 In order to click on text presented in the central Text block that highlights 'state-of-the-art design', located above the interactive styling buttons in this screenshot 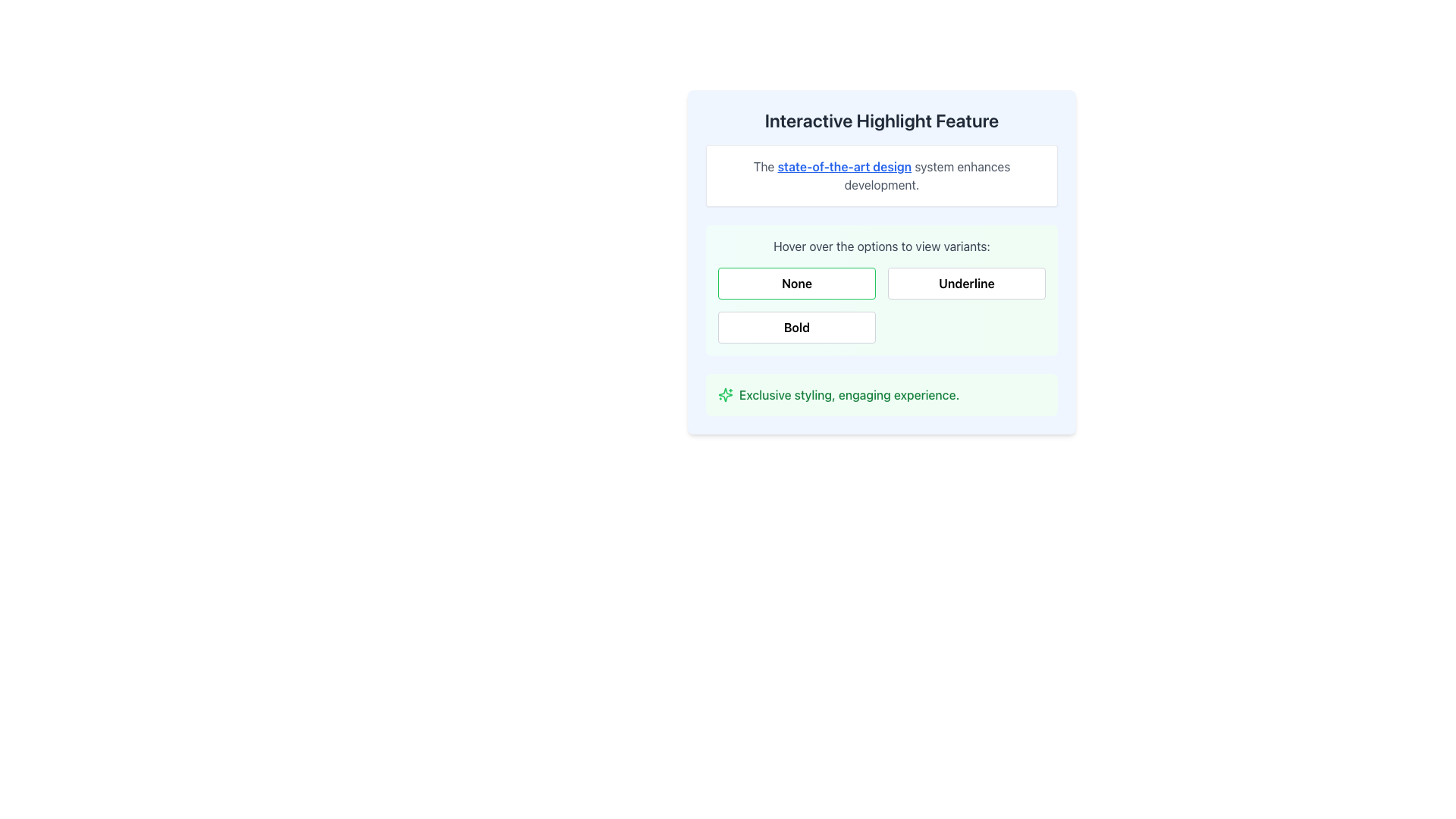, I will do `click(881, 174)`.